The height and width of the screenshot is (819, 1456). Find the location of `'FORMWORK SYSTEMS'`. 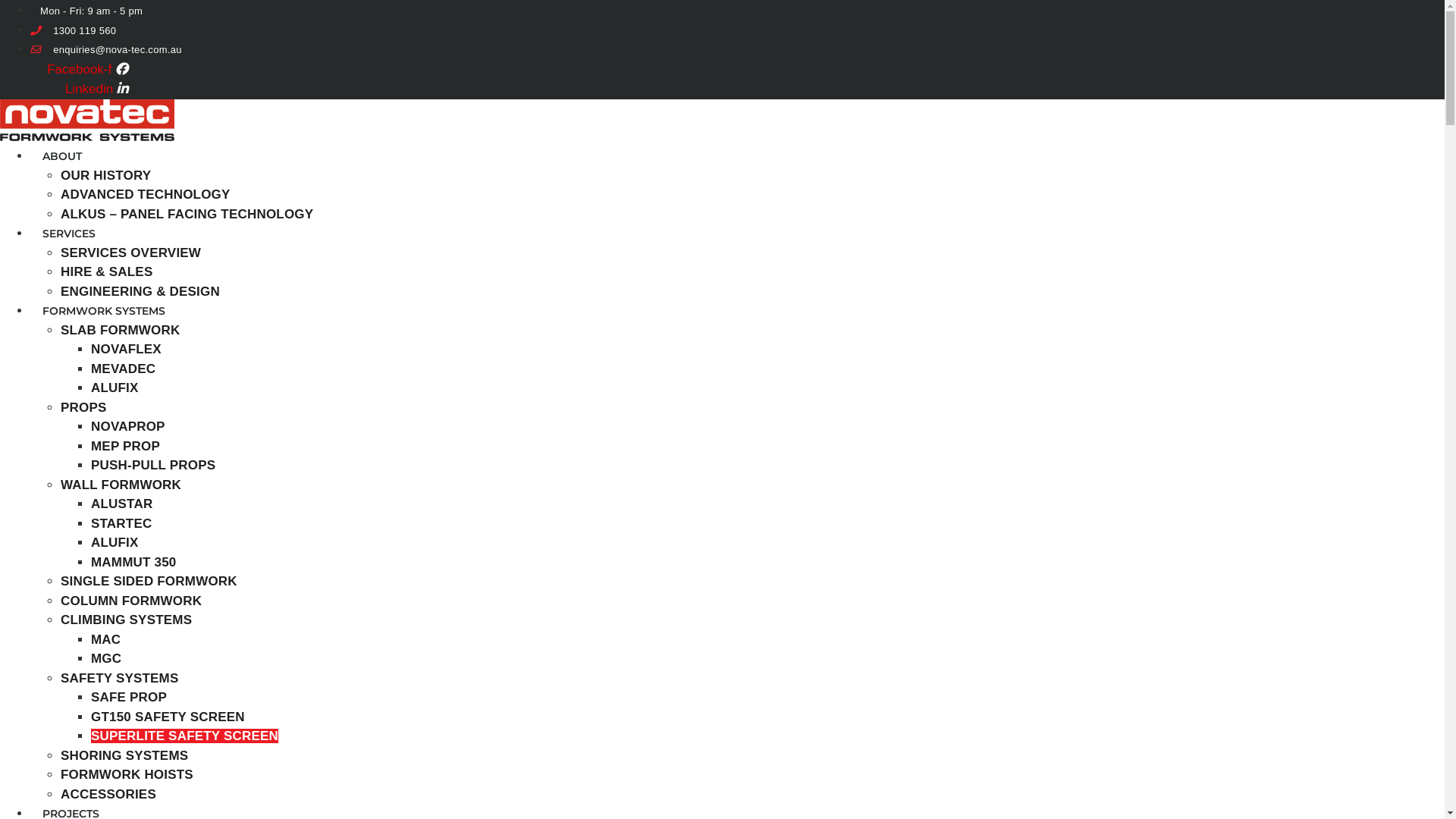

'FORMWORK SYSTEMS' is located at coordinates (103, 309).